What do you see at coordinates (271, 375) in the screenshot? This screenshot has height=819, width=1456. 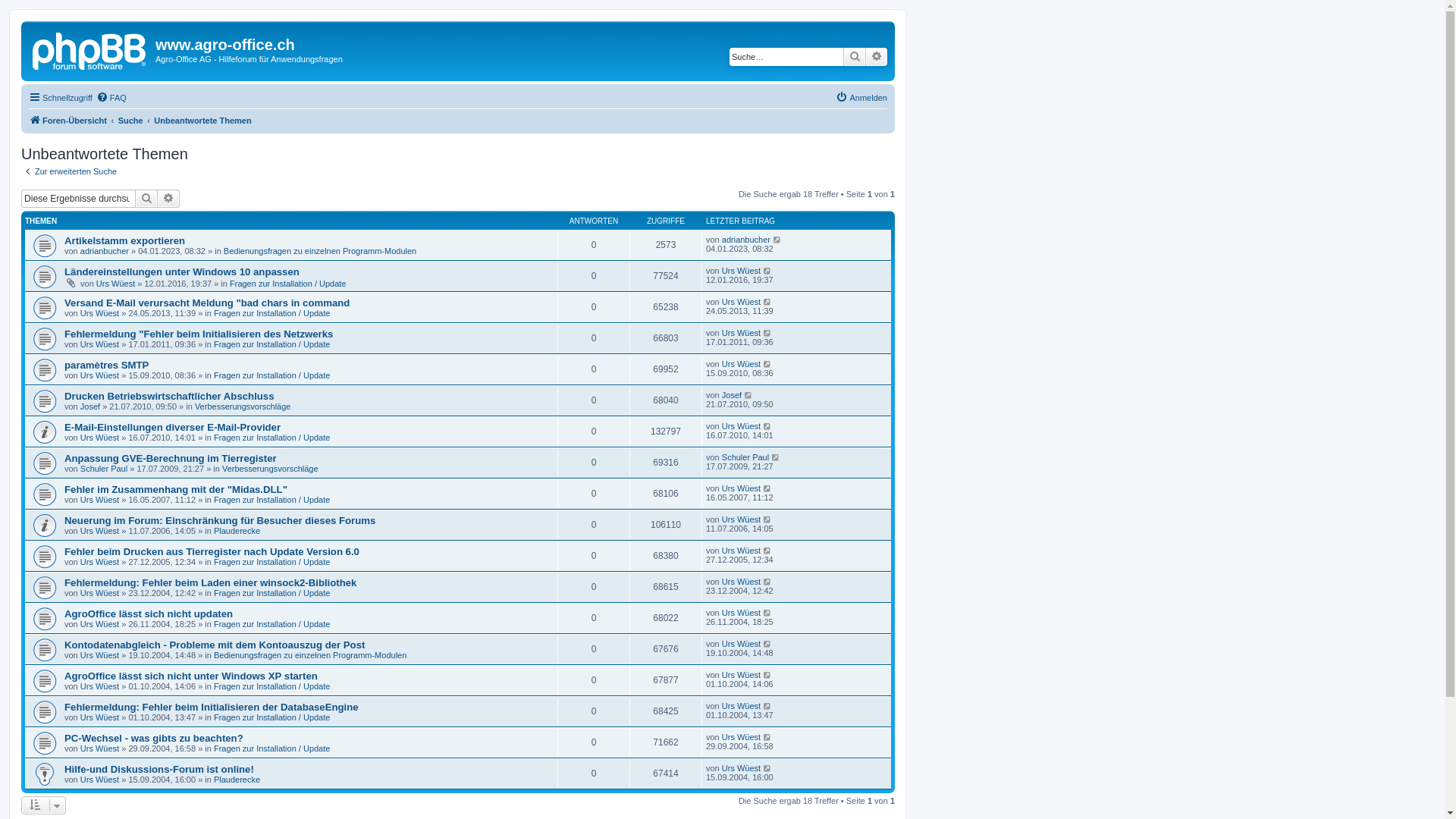 I see `'Fragen zur Installation / Update'` at bounding box center [271, 375].